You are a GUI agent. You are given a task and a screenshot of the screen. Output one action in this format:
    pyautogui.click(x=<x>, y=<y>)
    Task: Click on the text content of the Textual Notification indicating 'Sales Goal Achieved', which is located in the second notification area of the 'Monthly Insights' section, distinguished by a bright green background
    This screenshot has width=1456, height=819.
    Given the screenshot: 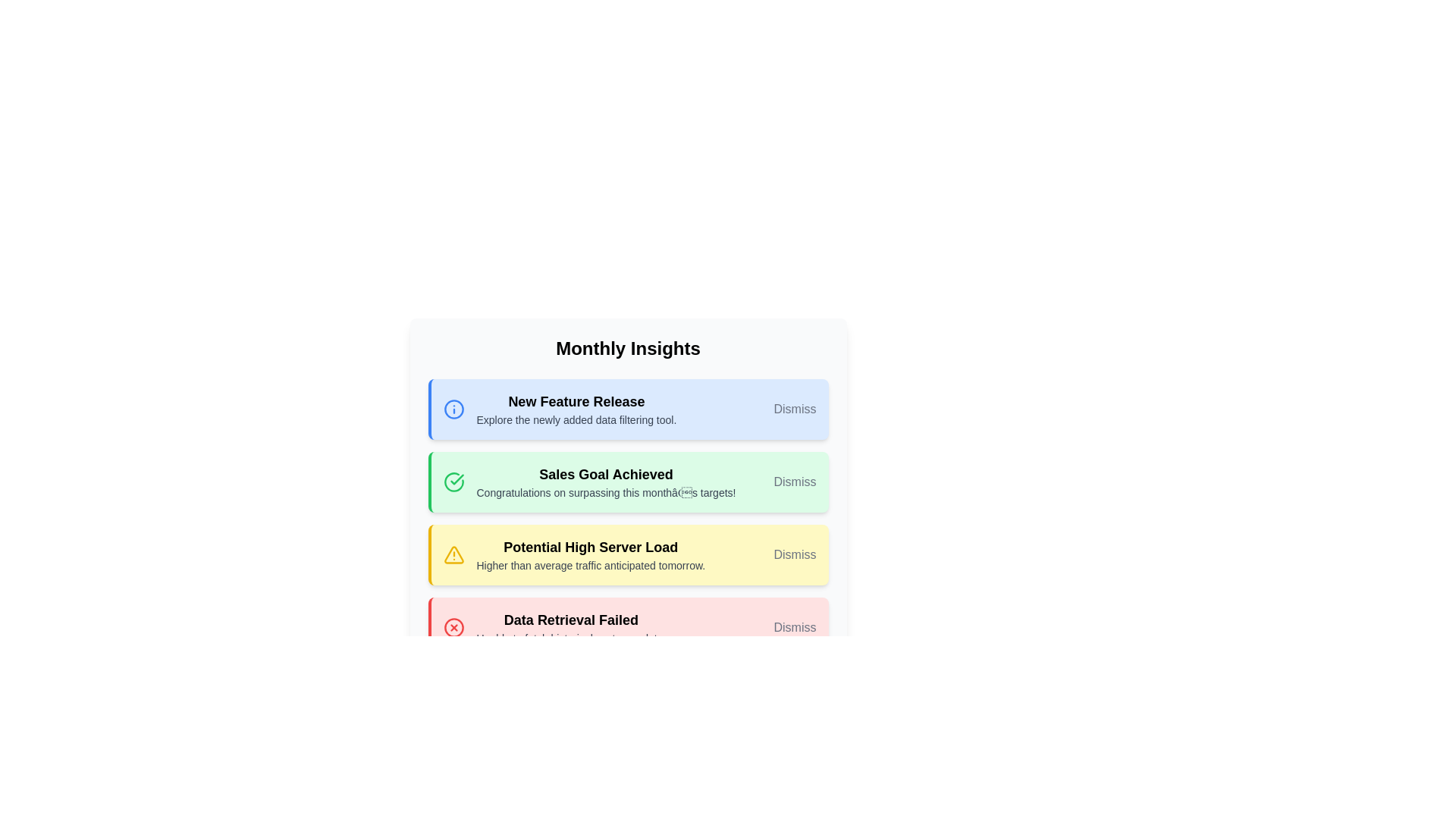 What is the action you would take?
    pyautogui.click(x=605, y=482)
    